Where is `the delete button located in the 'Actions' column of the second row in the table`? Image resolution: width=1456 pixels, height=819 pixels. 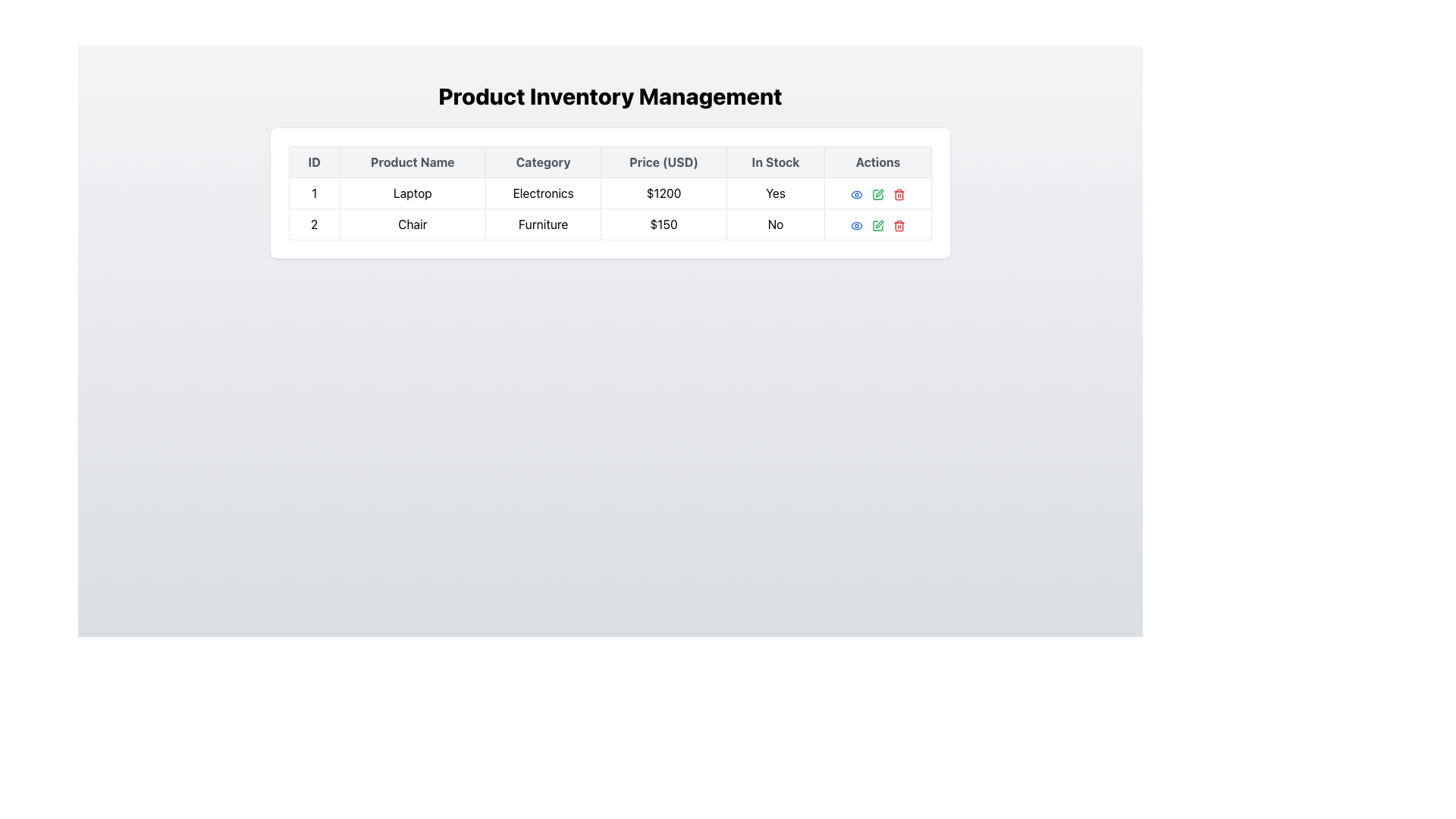
the delete button located in the 'Actions' column of the second row in the table is located at coordinates (899, 224).